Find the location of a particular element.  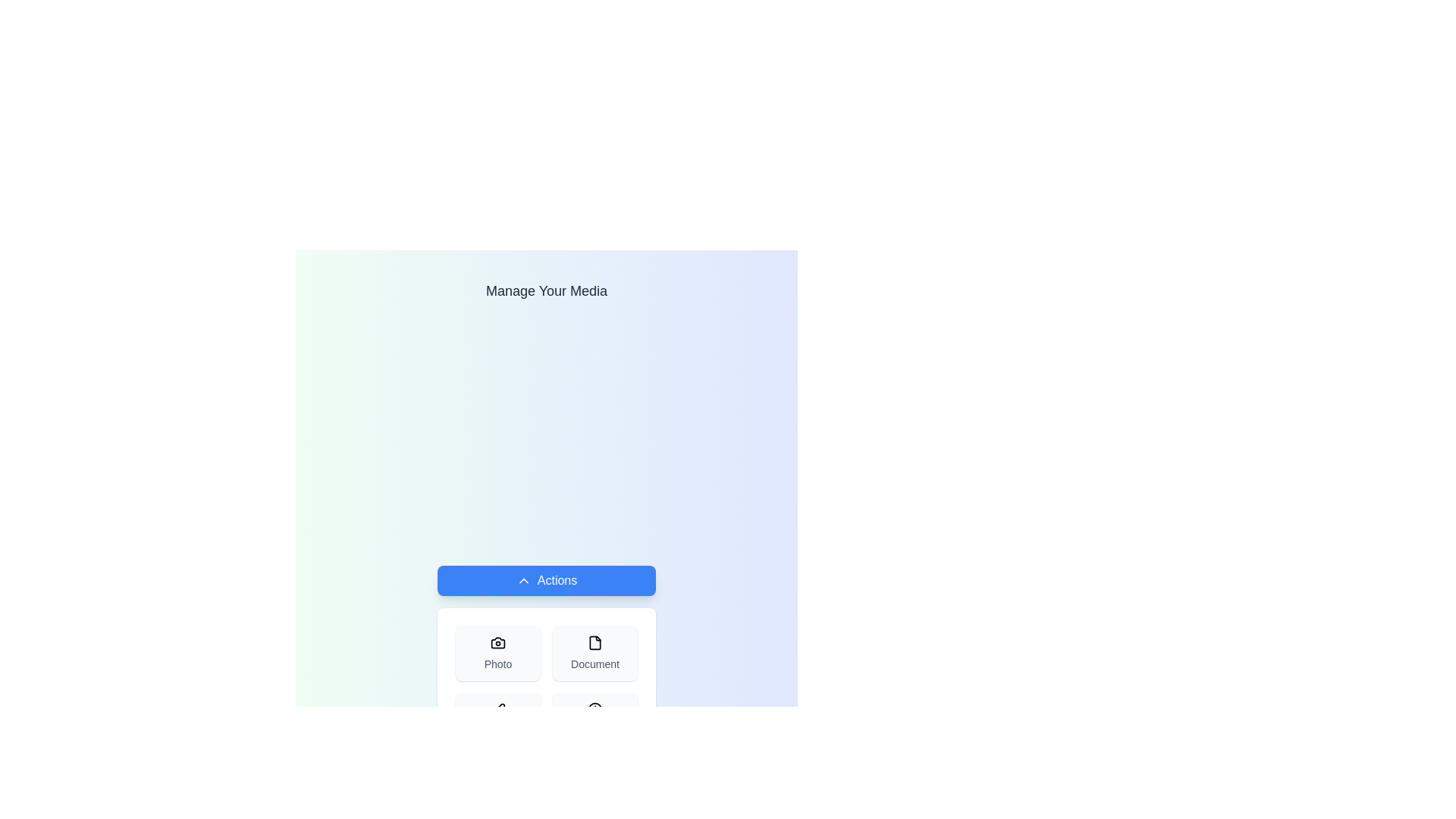

'Actions' button to toggle the visibility of the action menu is located at coordinates (546, 580).